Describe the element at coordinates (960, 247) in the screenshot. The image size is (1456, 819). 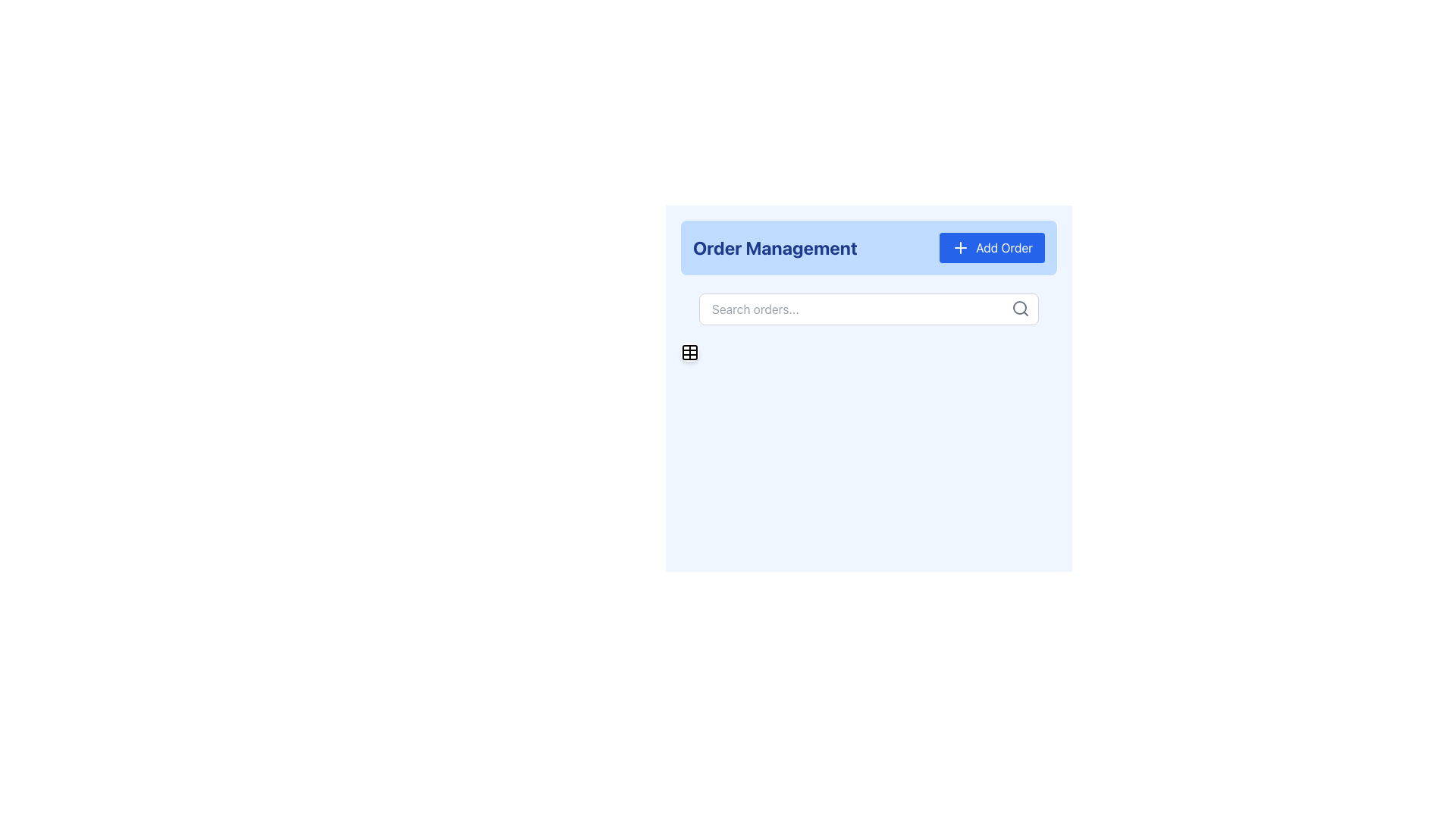
I see `the 'Add Order' icon located within the blue 'Add Order' button at the top-right corner of the panel header` at that location.